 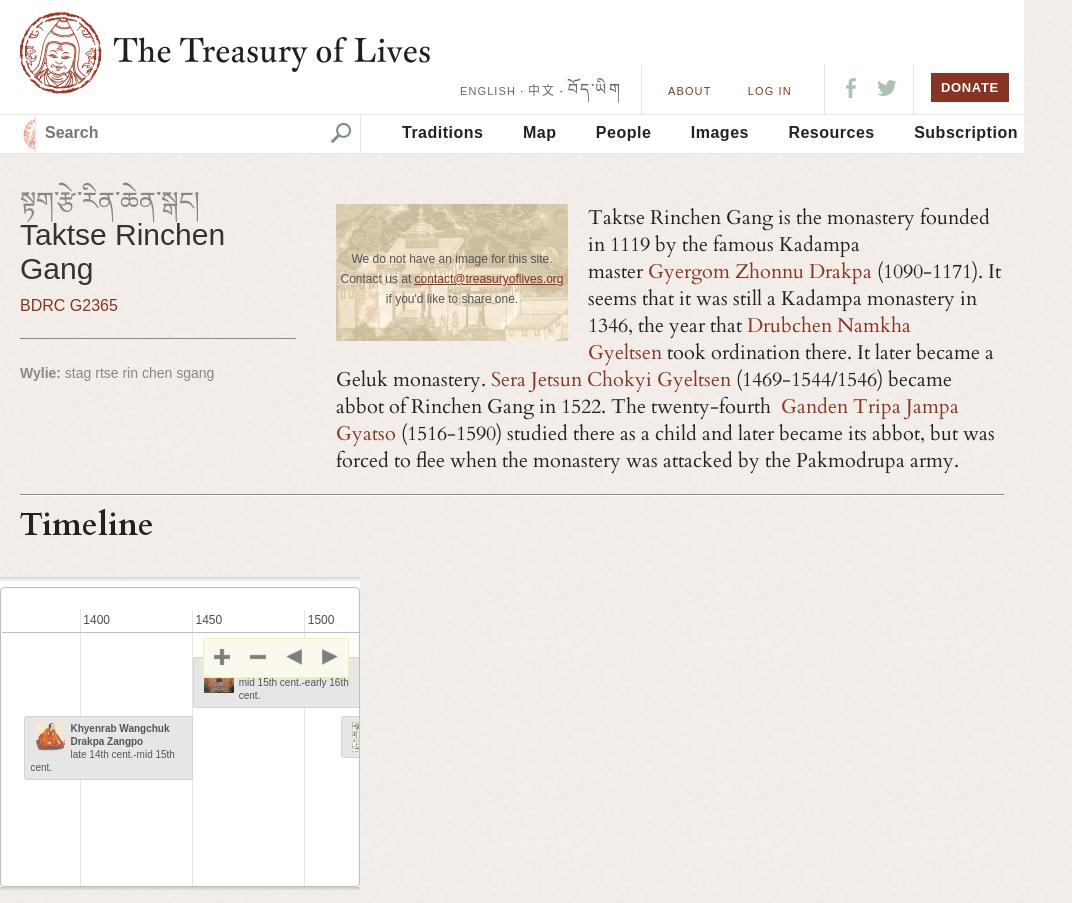 I want to click on 'About', so click(x=688, y=91).